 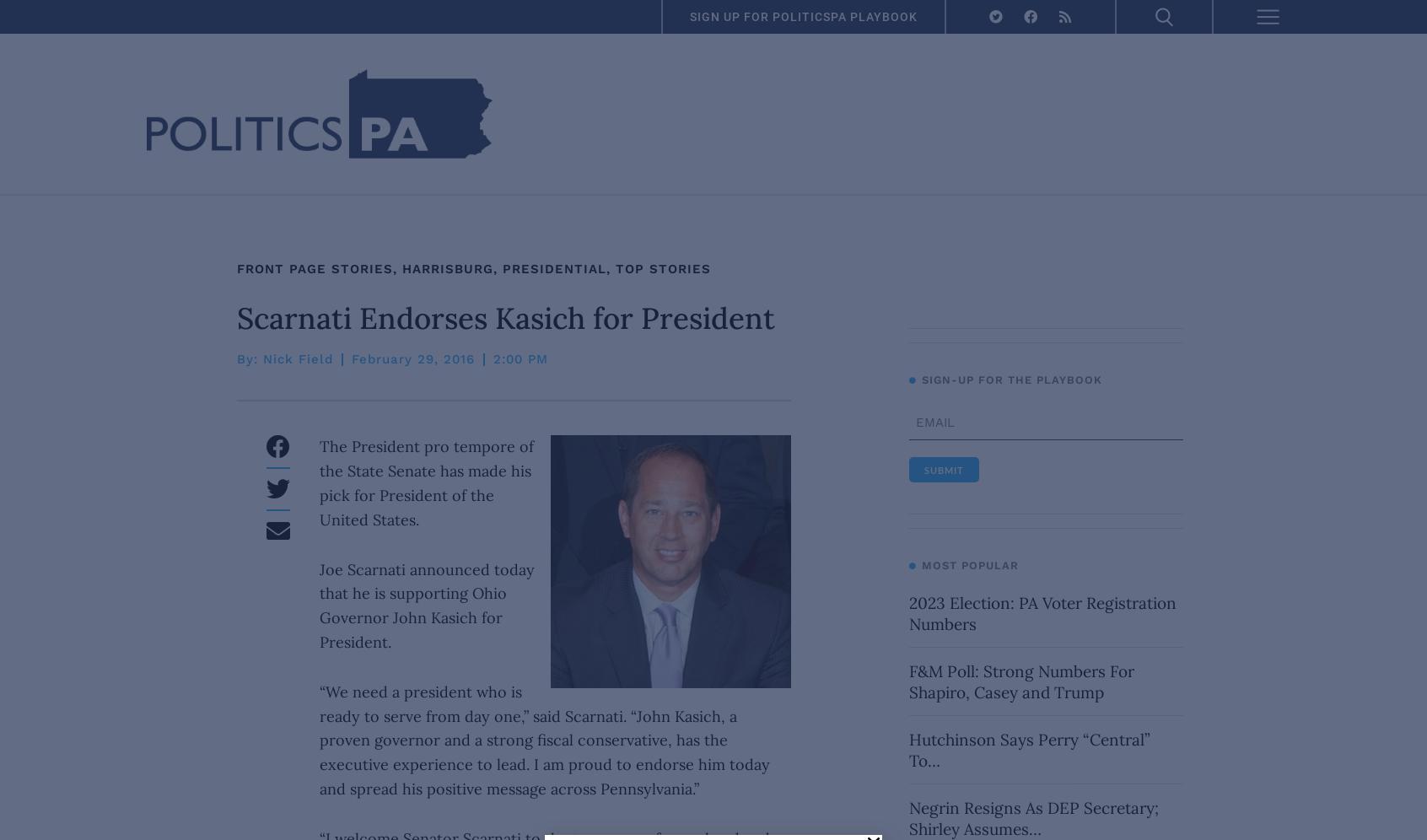 I want to click on 'Negrin Resigns As DEP Secretary; Shirley Assumes…', so click(x=907, y=817).